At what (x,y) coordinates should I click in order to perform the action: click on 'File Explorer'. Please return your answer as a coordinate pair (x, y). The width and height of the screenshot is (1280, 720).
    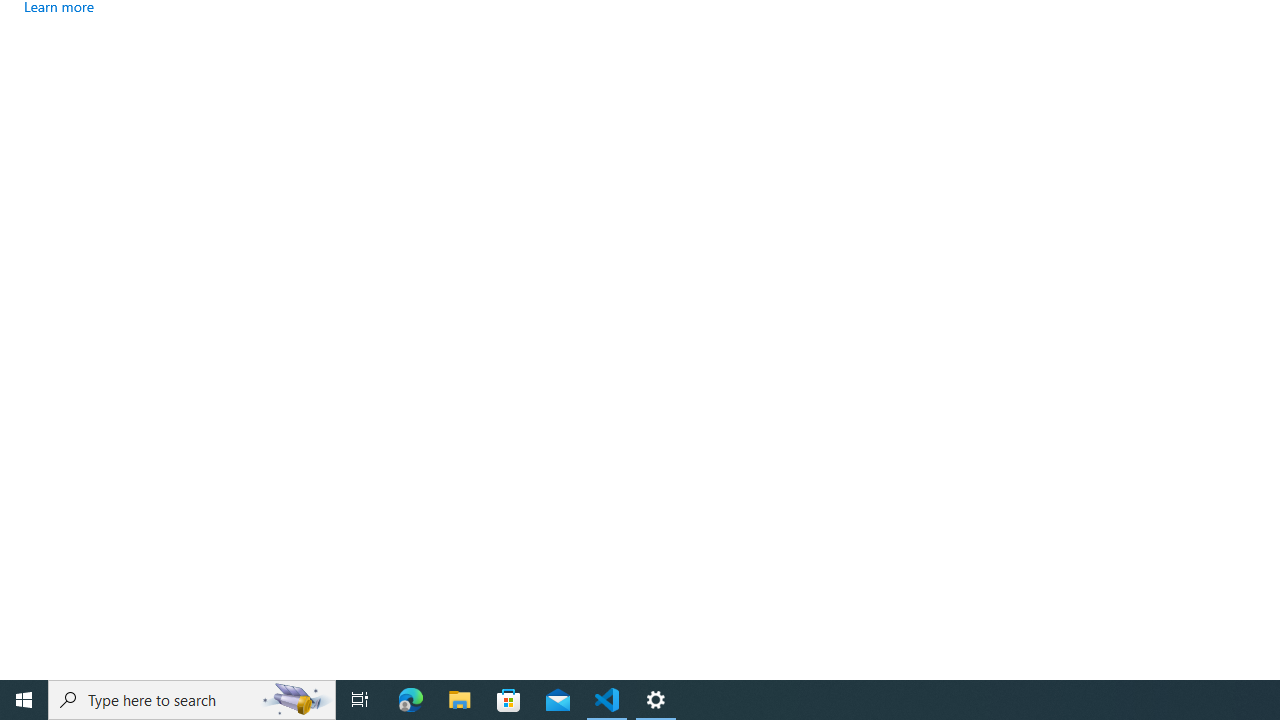
    Looking at the image, I should click on (459, 698).